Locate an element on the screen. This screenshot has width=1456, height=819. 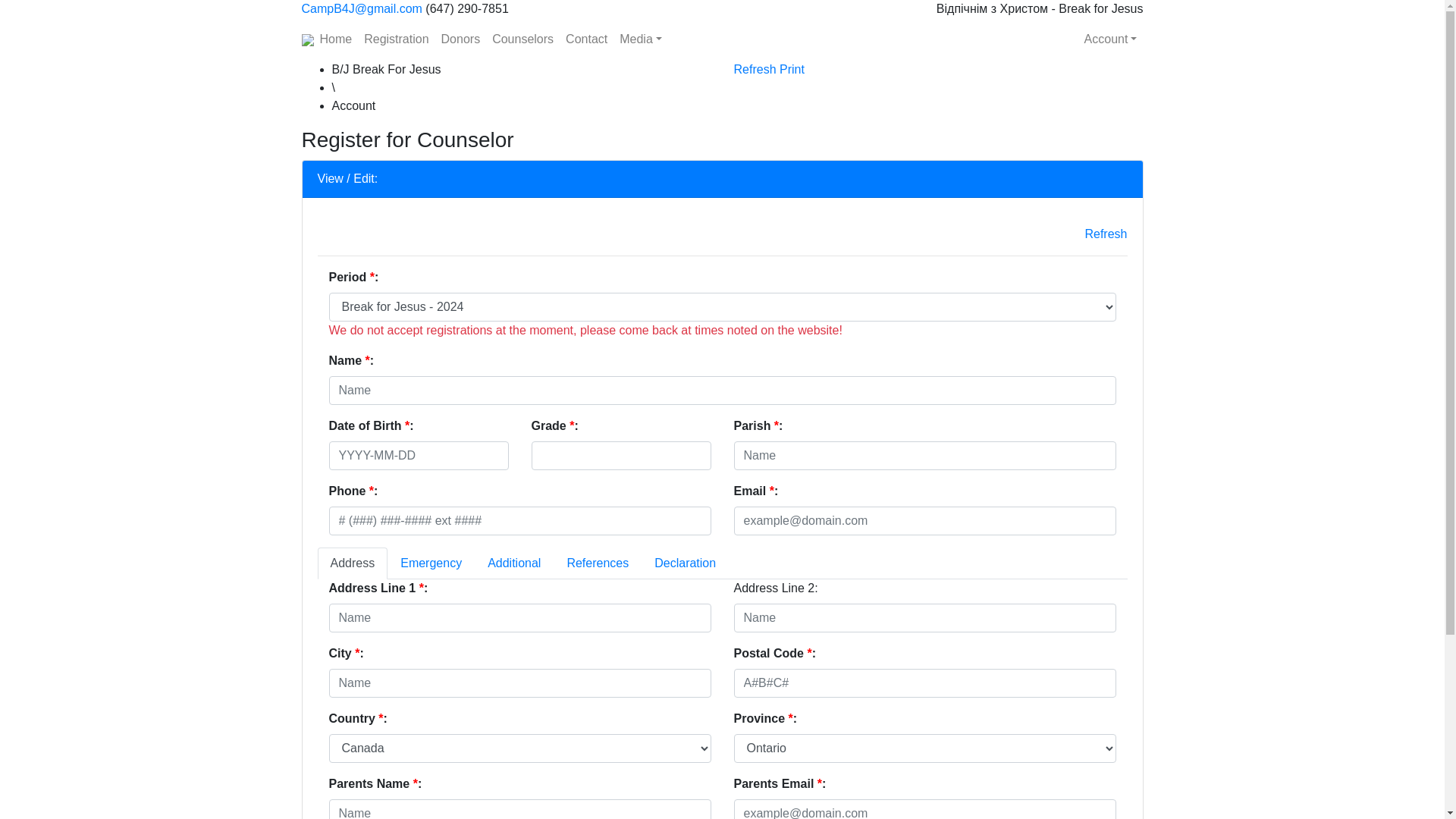
'Additional' is located at coordinates (513, 563).